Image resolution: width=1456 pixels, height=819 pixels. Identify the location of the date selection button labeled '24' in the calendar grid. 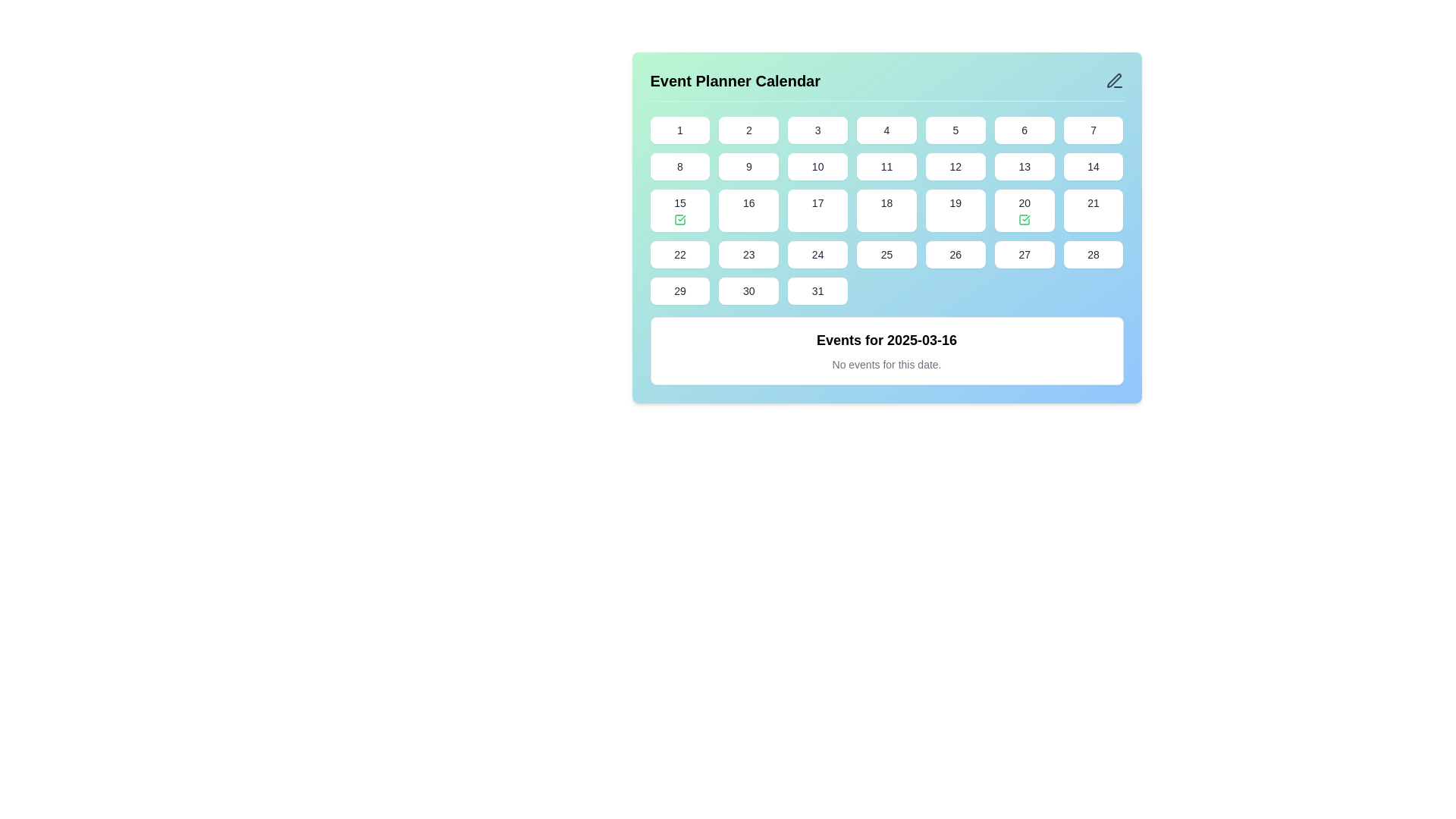
(817, 253).